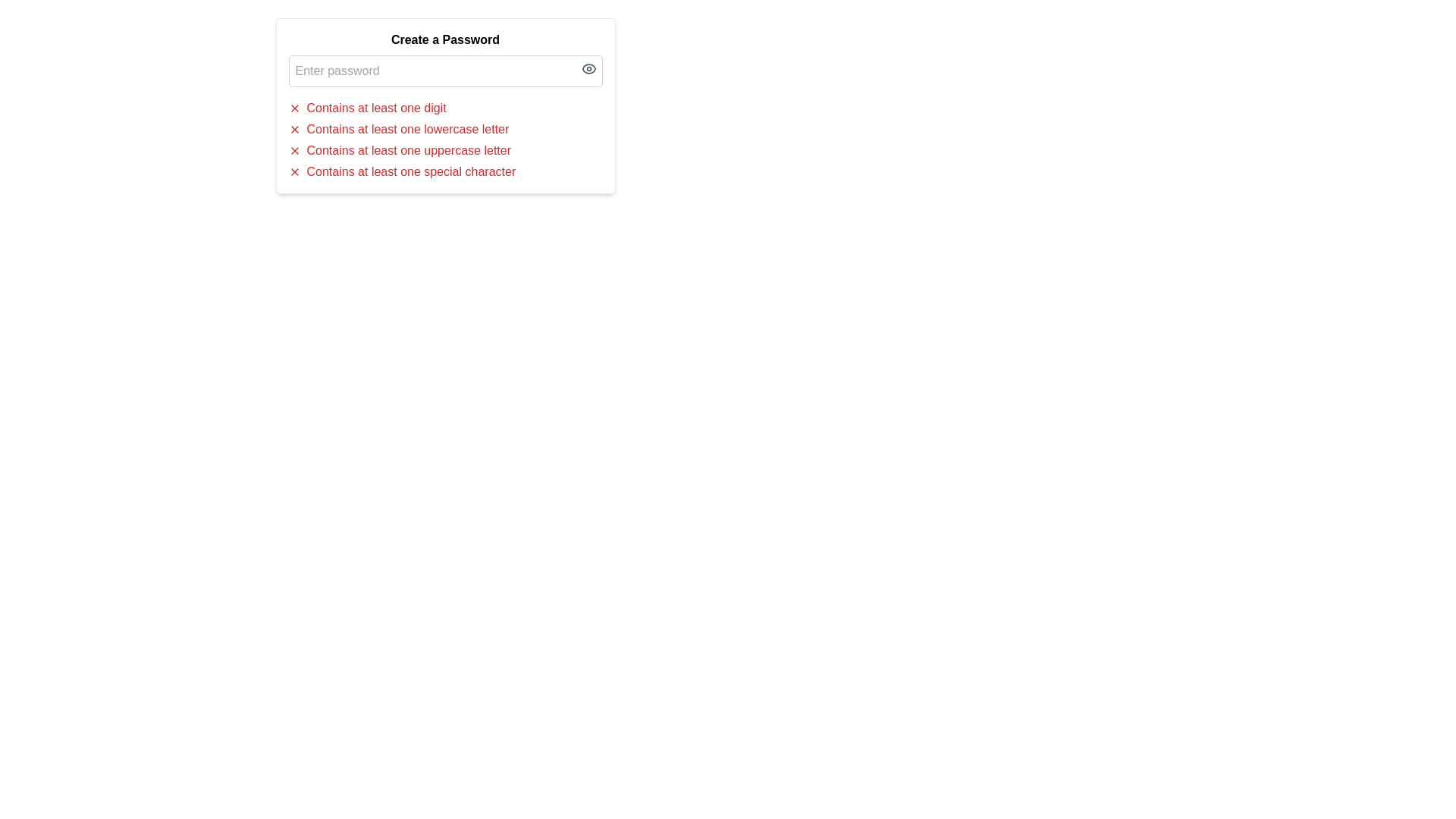 The width and height of the screenshot is (1456, 819). What do you see at coordinates (294, 128) in the screenshot?
I see `the red 'X' icon indicating a negative state, located to the left of the text 'Contains at least one lowercase letter' in the password validation messages` at bounding box center [294, 128].